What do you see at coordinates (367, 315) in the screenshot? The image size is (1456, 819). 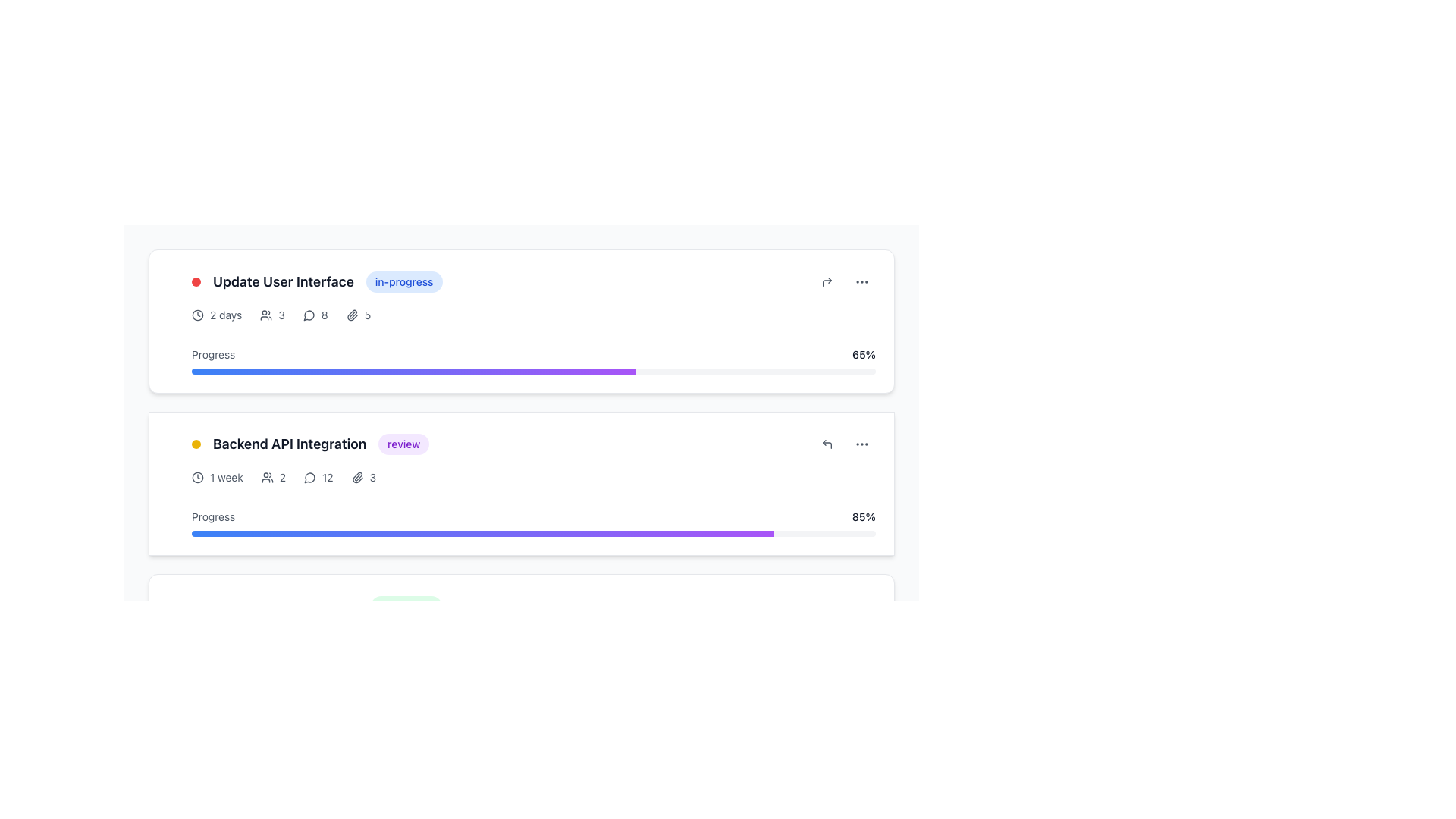 I see `numeric information displayed as the small numeral '5' in a standard sans-serif font, which is located on the right-hand side of the 'Update User Interface' task card` at bounding box center [367, 315].